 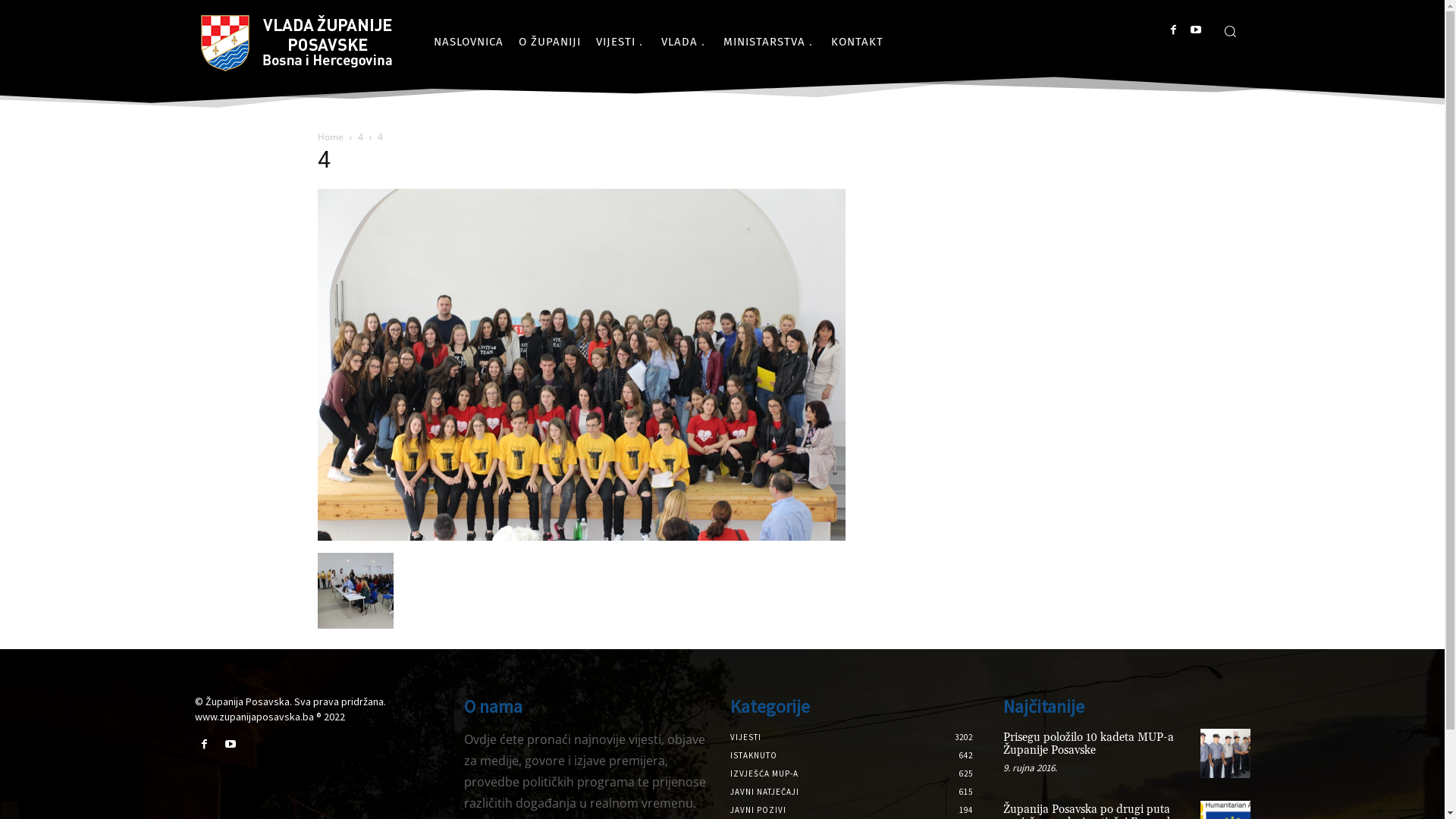 I want to click on 'Facebook', so click(x=202, y=744).